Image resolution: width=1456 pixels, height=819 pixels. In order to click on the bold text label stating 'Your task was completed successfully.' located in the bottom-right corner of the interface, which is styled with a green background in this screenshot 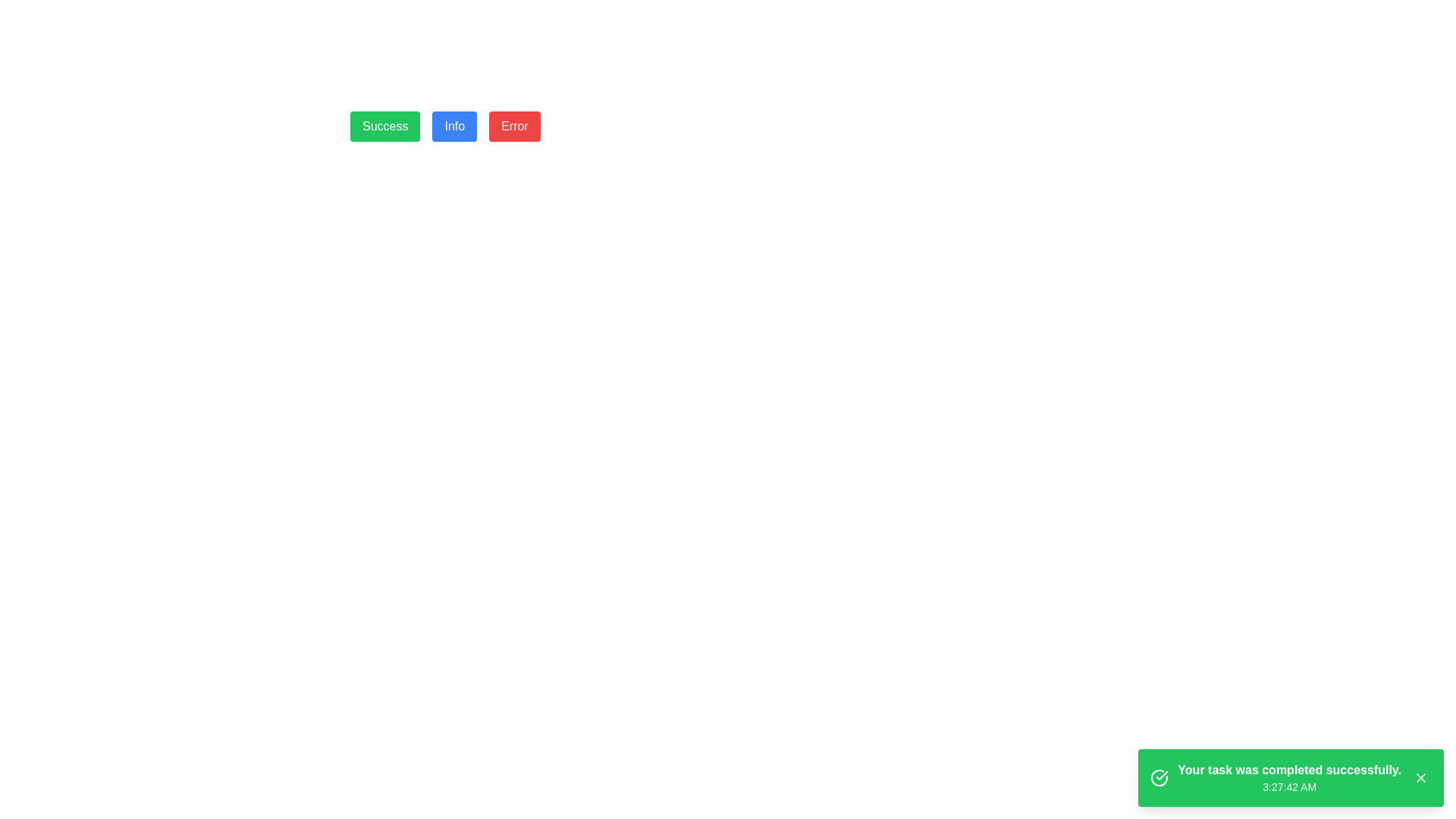, I will do `click(1288, 770)`.